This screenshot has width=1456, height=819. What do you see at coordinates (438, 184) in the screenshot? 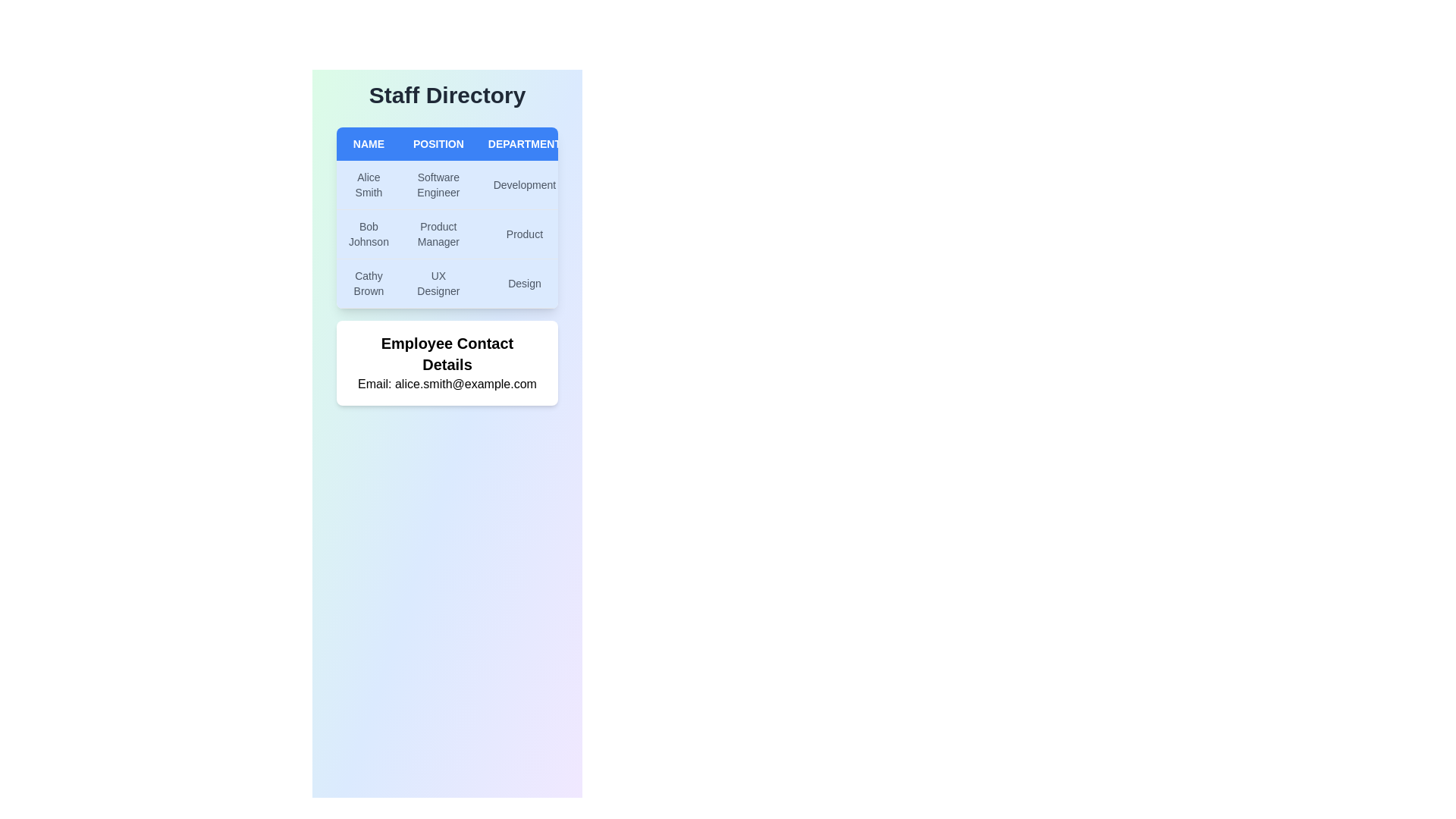
I see `the static text label displaying 'Software Engineer', which is located under the 'Position' heading in the middle column of the table` at bounding box center [438, 184].